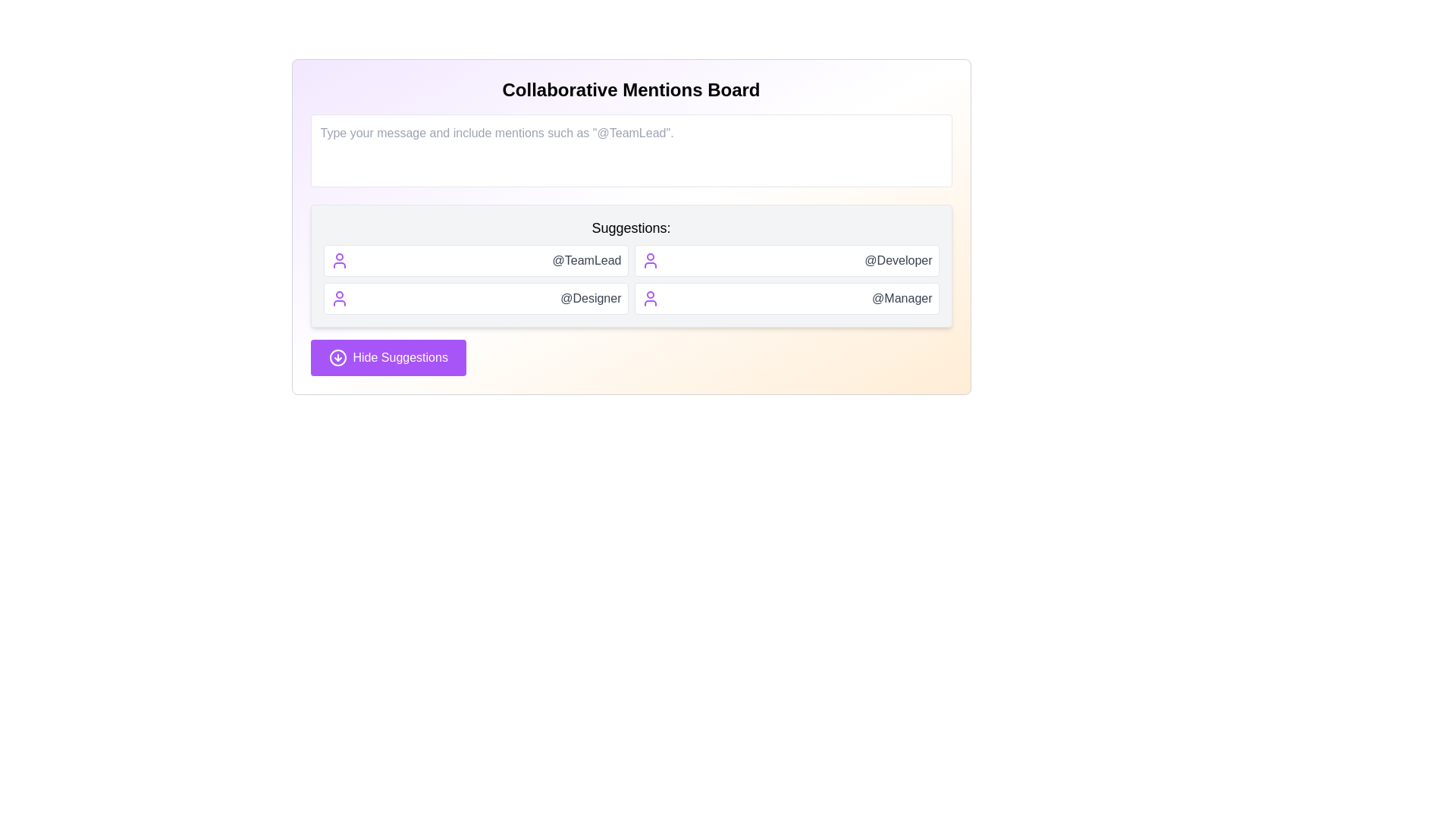 The width and height of the screenshot is (1456, 819). What do you see at coordinates (337, 357) in the screenshot?
I see `the visually centered purple-colored circle icon with a downward arrow, which is part of the suggestion control adjacent to the list of user suggestions` at bounding box center [337, 357].